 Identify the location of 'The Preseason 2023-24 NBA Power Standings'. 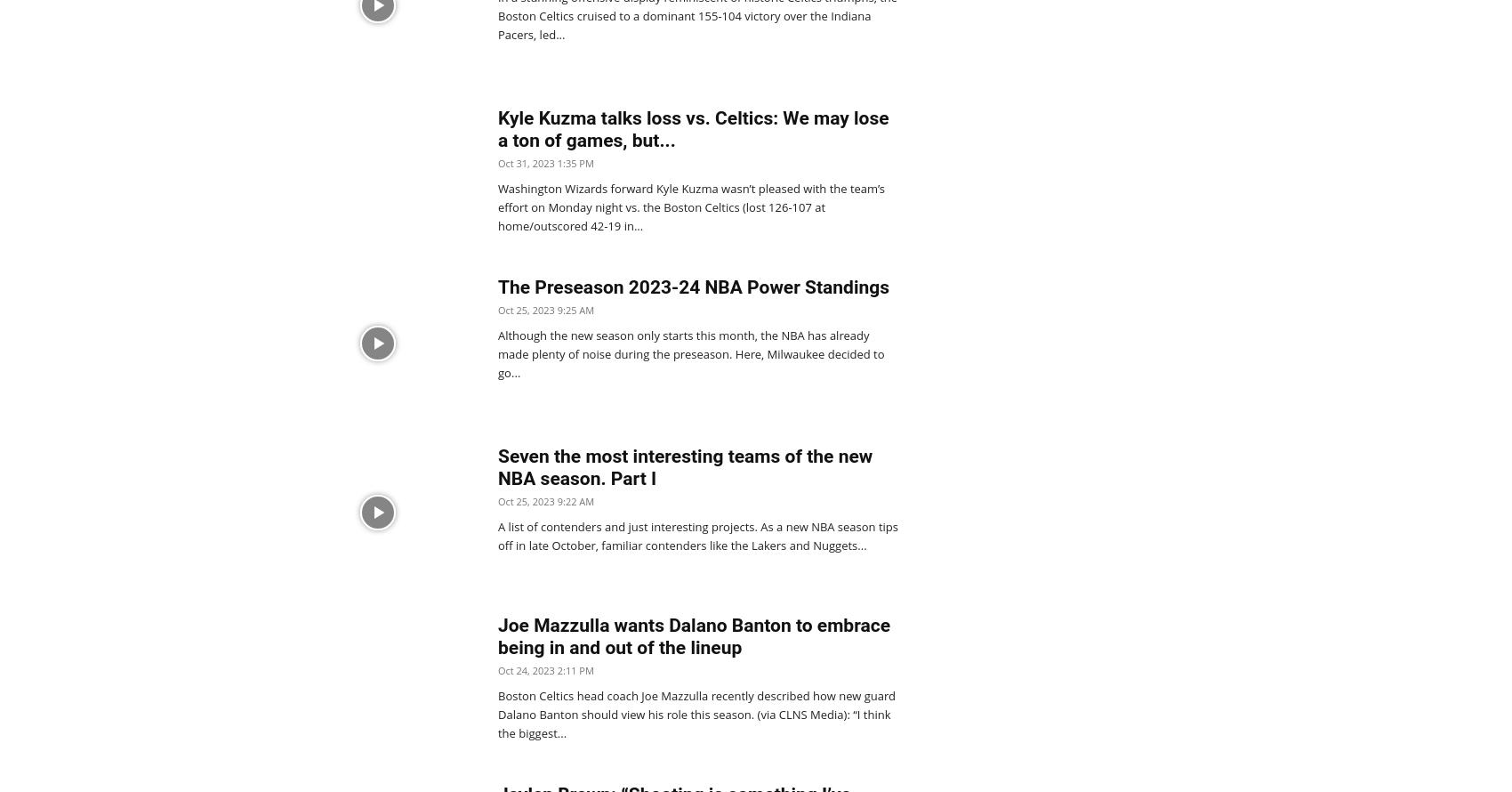
(692, 287).